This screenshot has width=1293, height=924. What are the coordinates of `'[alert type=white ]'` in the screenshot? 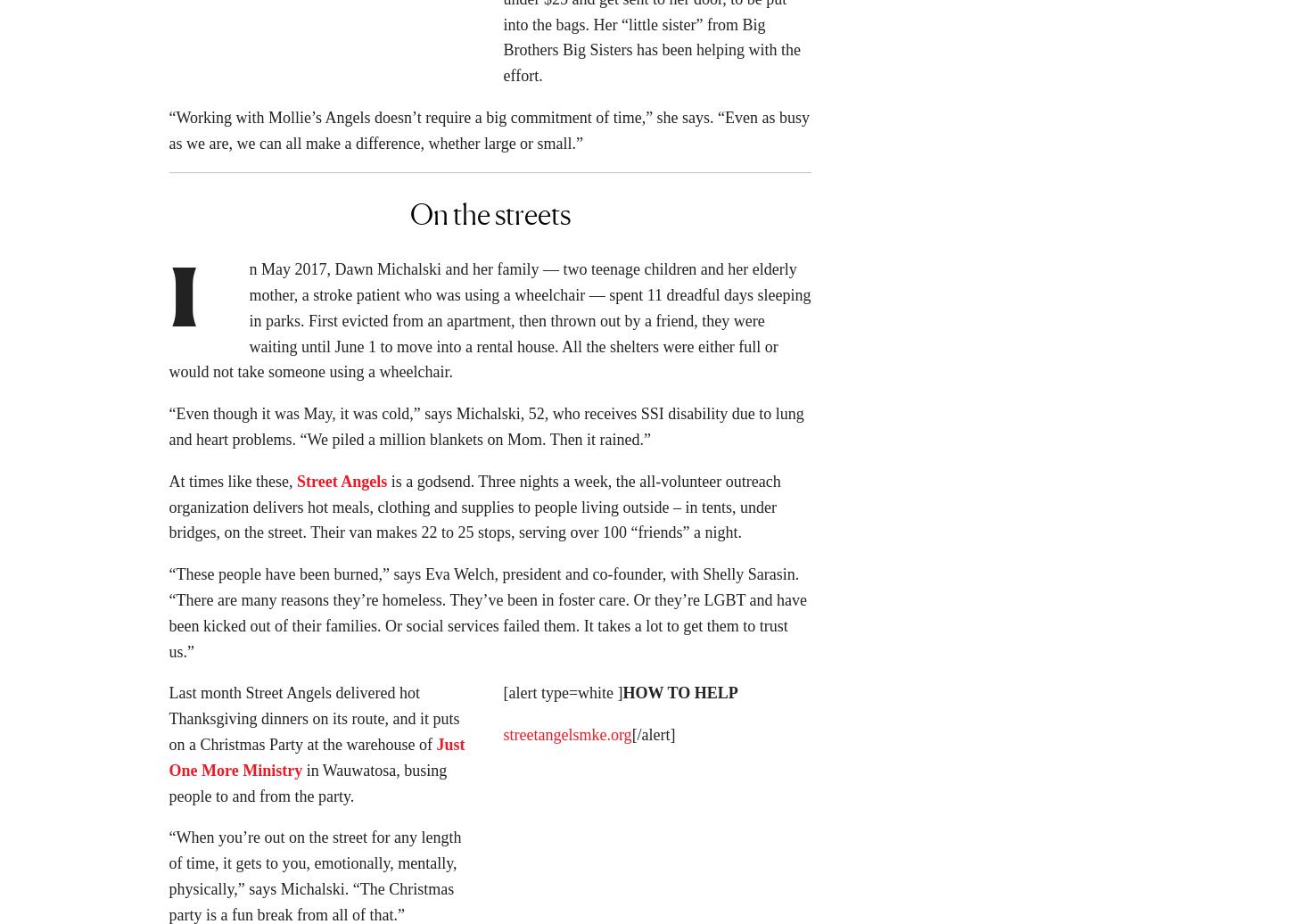 It's located at (562, 698).